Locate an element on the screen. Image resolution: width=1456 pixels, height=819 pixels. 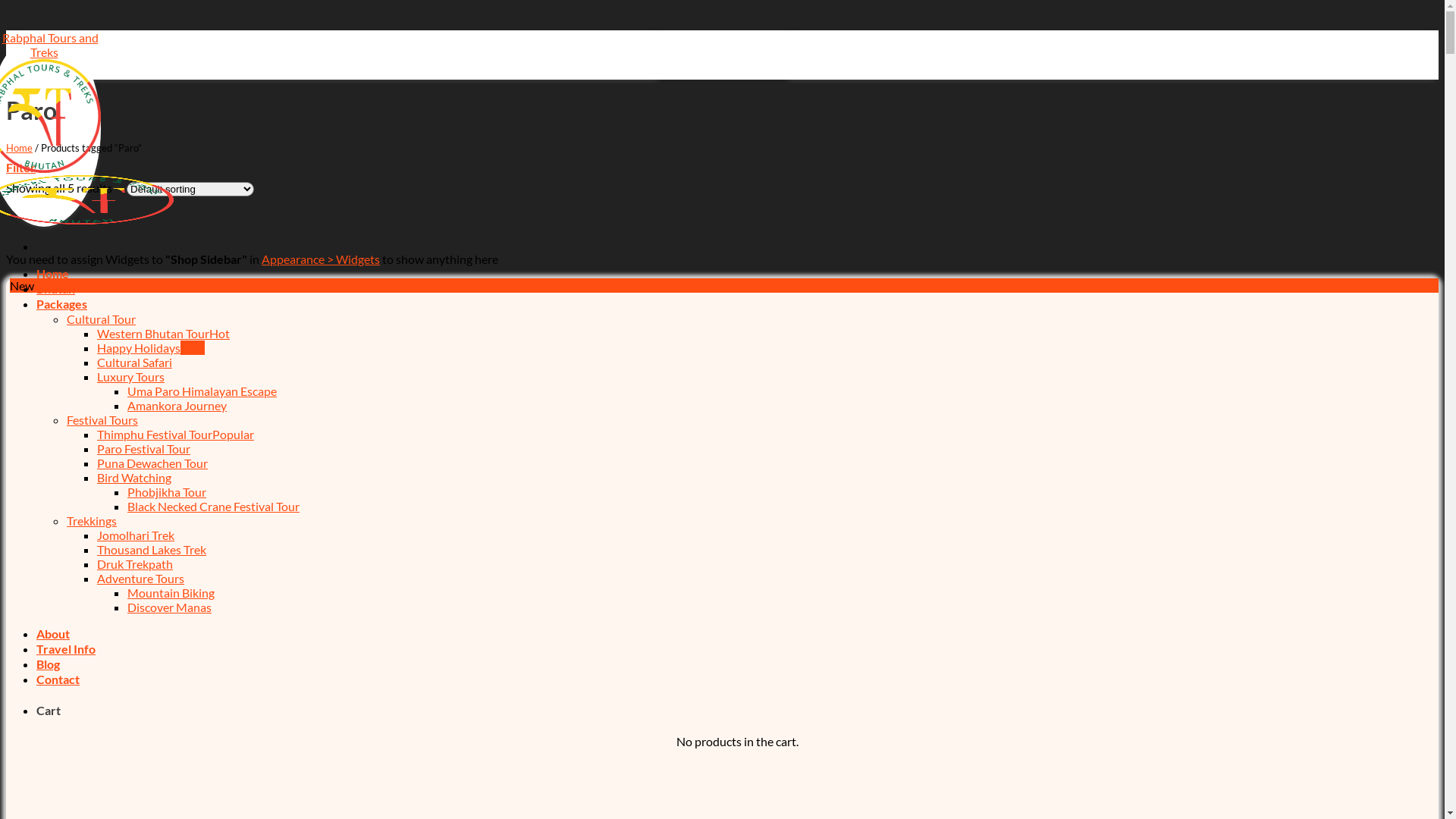
'Blog' is located at coordinates (48, 663).